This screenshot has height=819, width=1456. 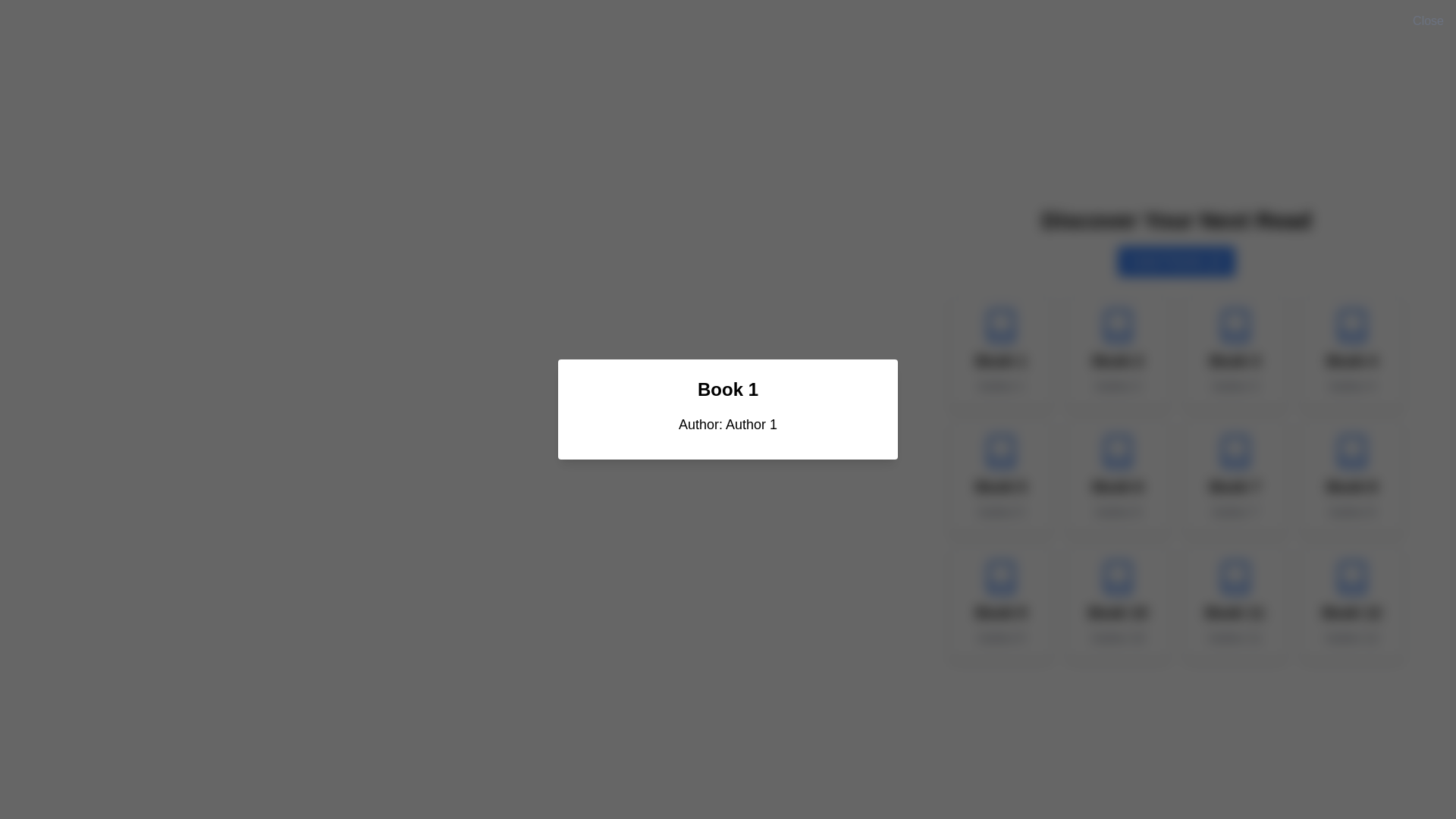 I want to click on the Information card displaying details about a book, located in the second row and second column of the grid layout, so click(x=1118, y=476).